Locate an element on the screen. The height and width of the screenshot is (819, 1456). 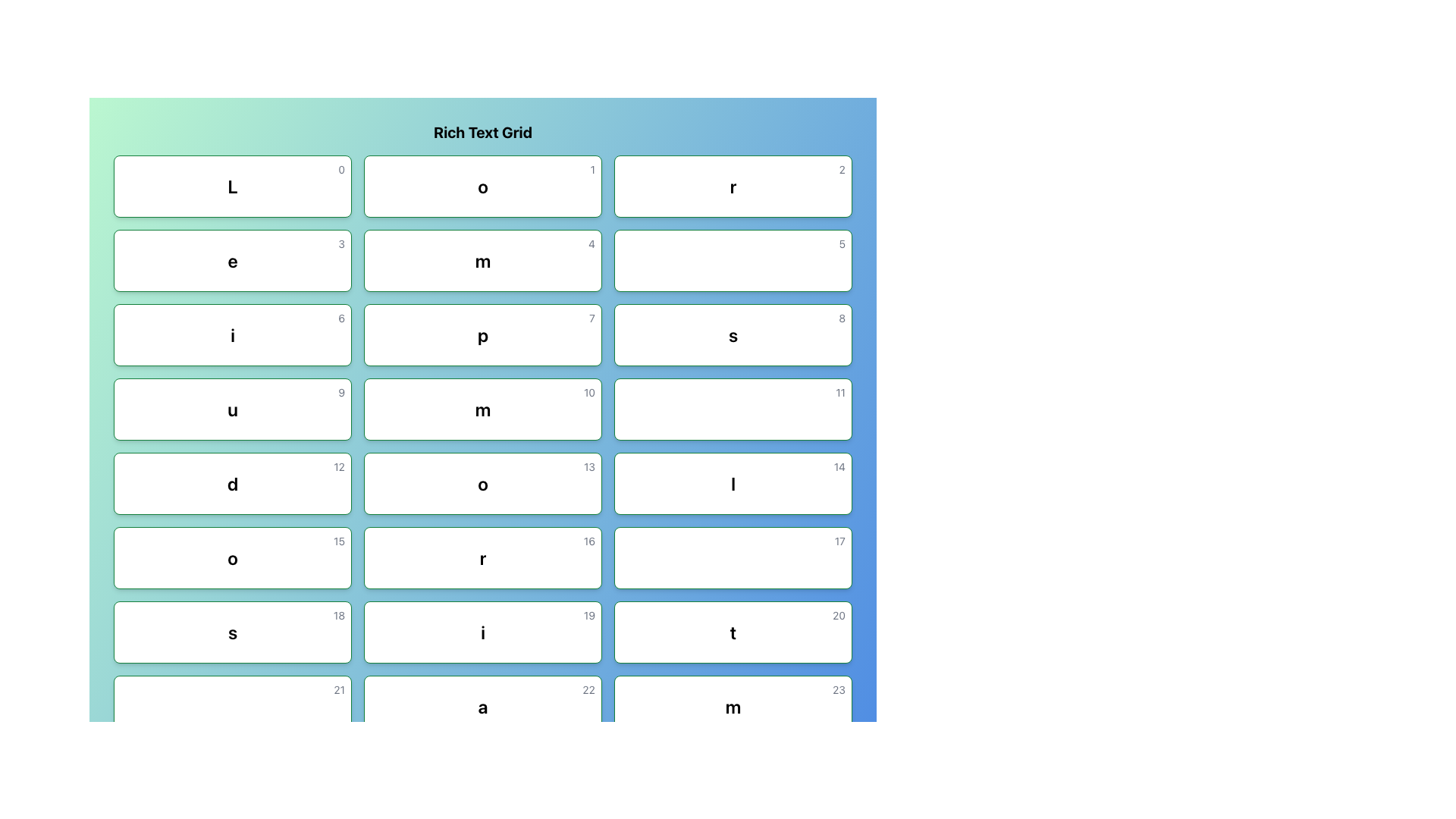
the rectangular button with a white background and green border that displays the number '11' in the top-right corner is located at coordinates (733, 409).